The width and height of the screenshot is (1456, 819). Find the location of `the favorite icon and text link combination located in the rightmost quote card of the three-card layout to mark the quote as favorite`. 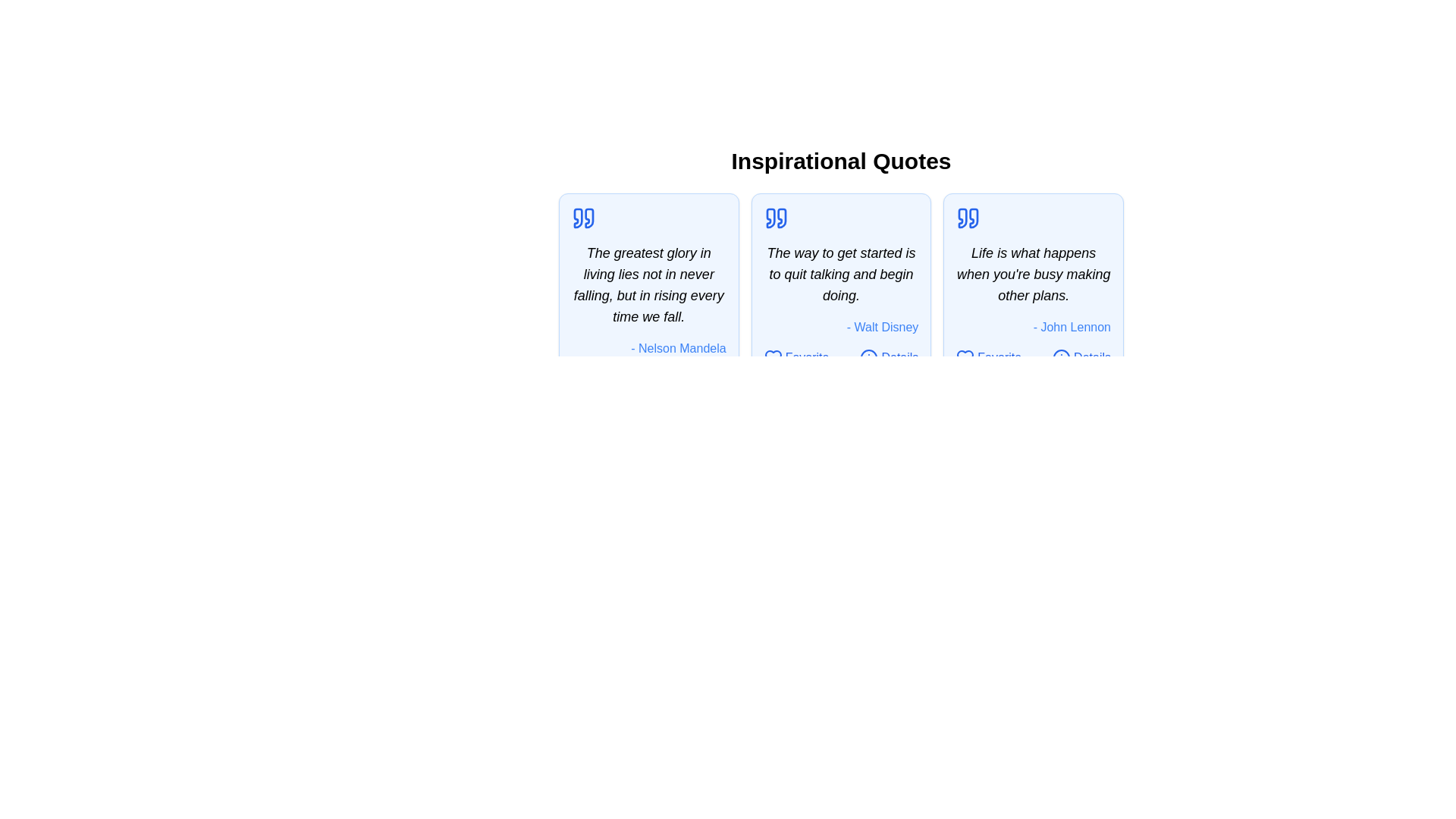

the favorite icon and text link combination located in the rightmost quote card of the three-card layout to mark the quote as favorite is located at coordinates (989, 357).